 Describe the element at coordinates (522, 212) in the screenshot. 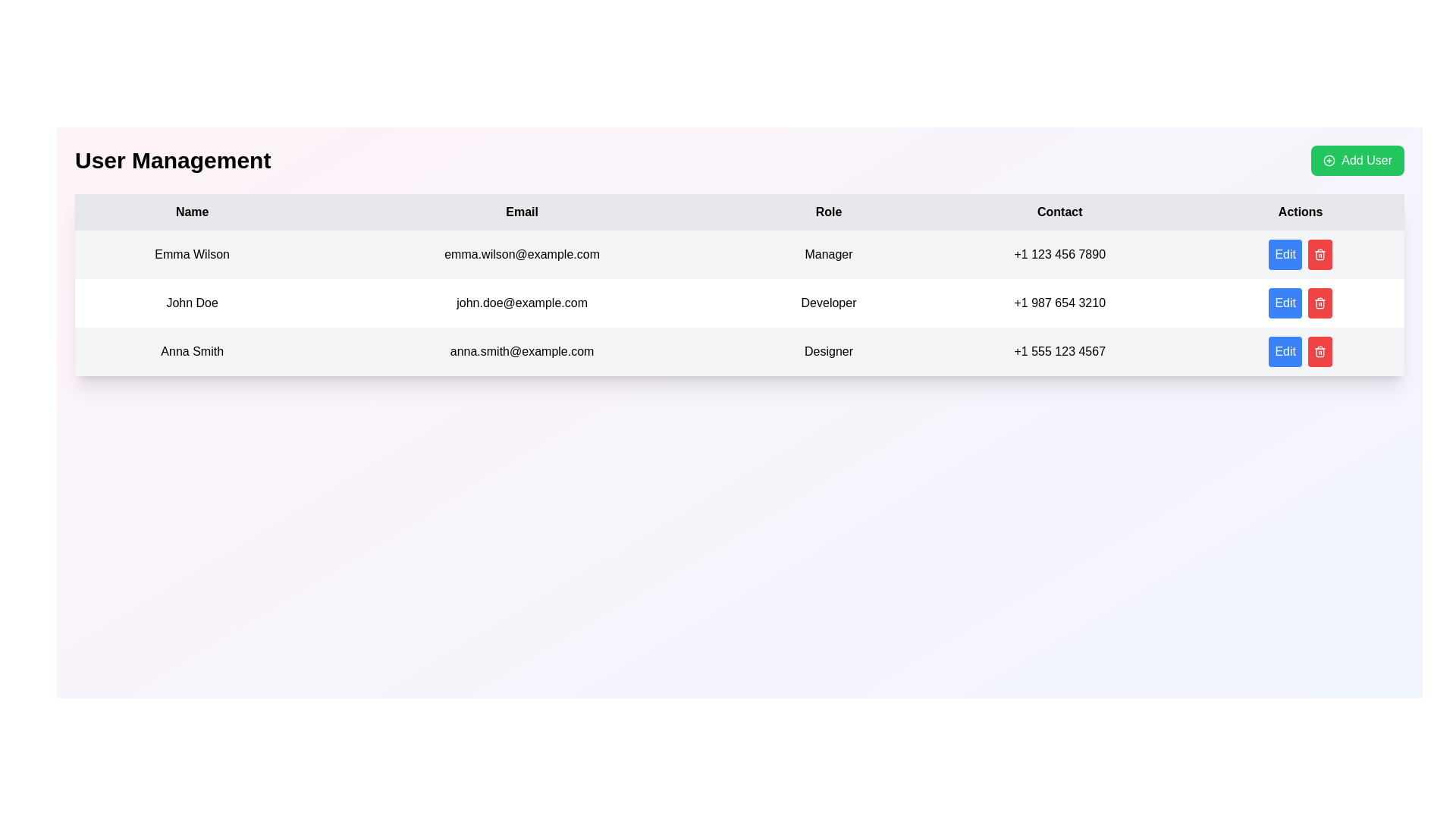

I see `the 'Email' text header in the table column, which is bold and centered within a light gray header bar, positioned between 'Name' and 'Role'` at that location.